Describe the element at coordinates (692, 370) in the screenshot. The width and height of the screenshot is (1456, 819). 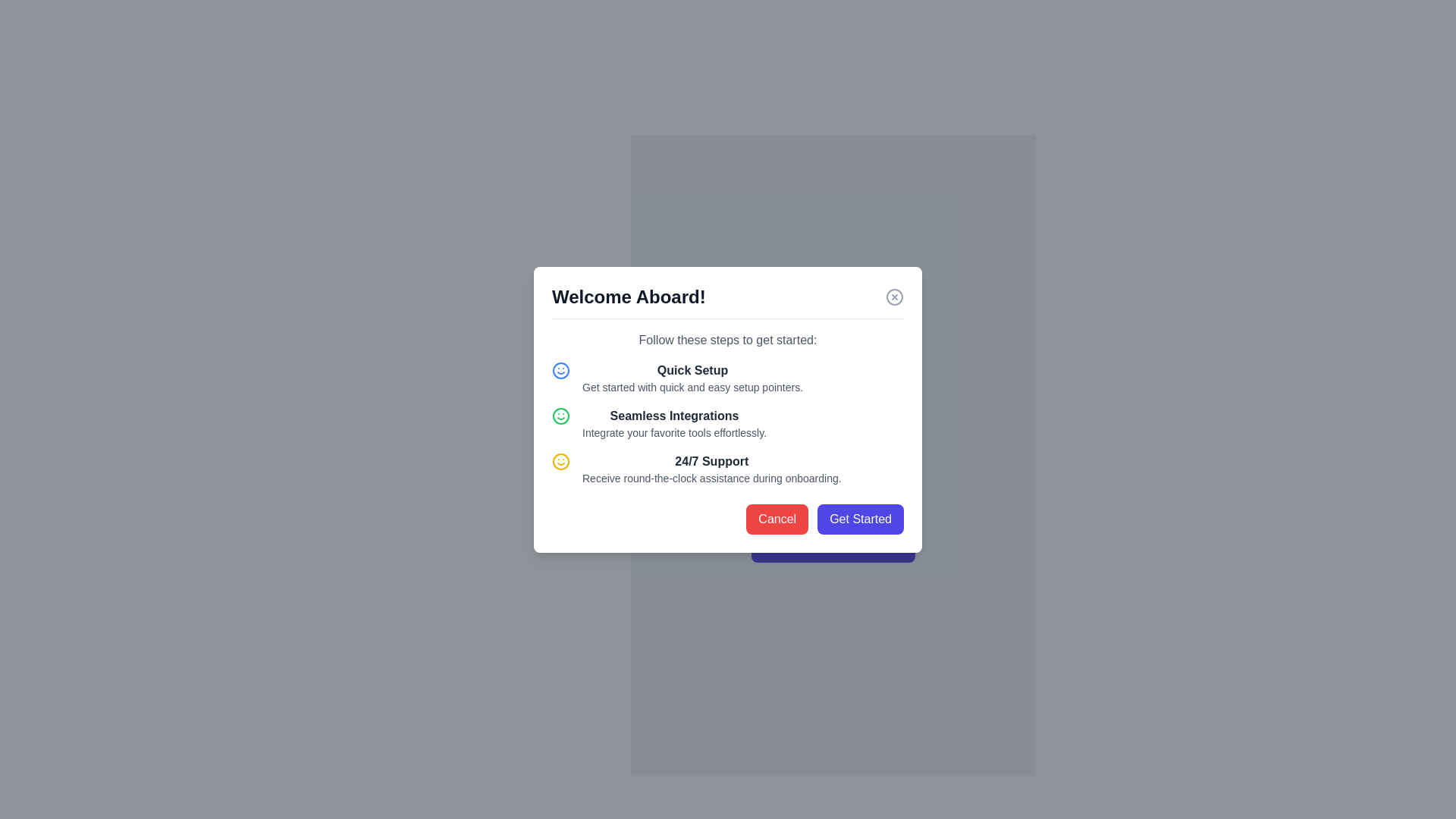
I see `the static text label displaying 'Quick Setup', which is bold and dark gray, positioned centrally beneath the heading 'Follow these steps to get started:' and above the text 'Get started with quick and easy setup pointers.'` at that location.